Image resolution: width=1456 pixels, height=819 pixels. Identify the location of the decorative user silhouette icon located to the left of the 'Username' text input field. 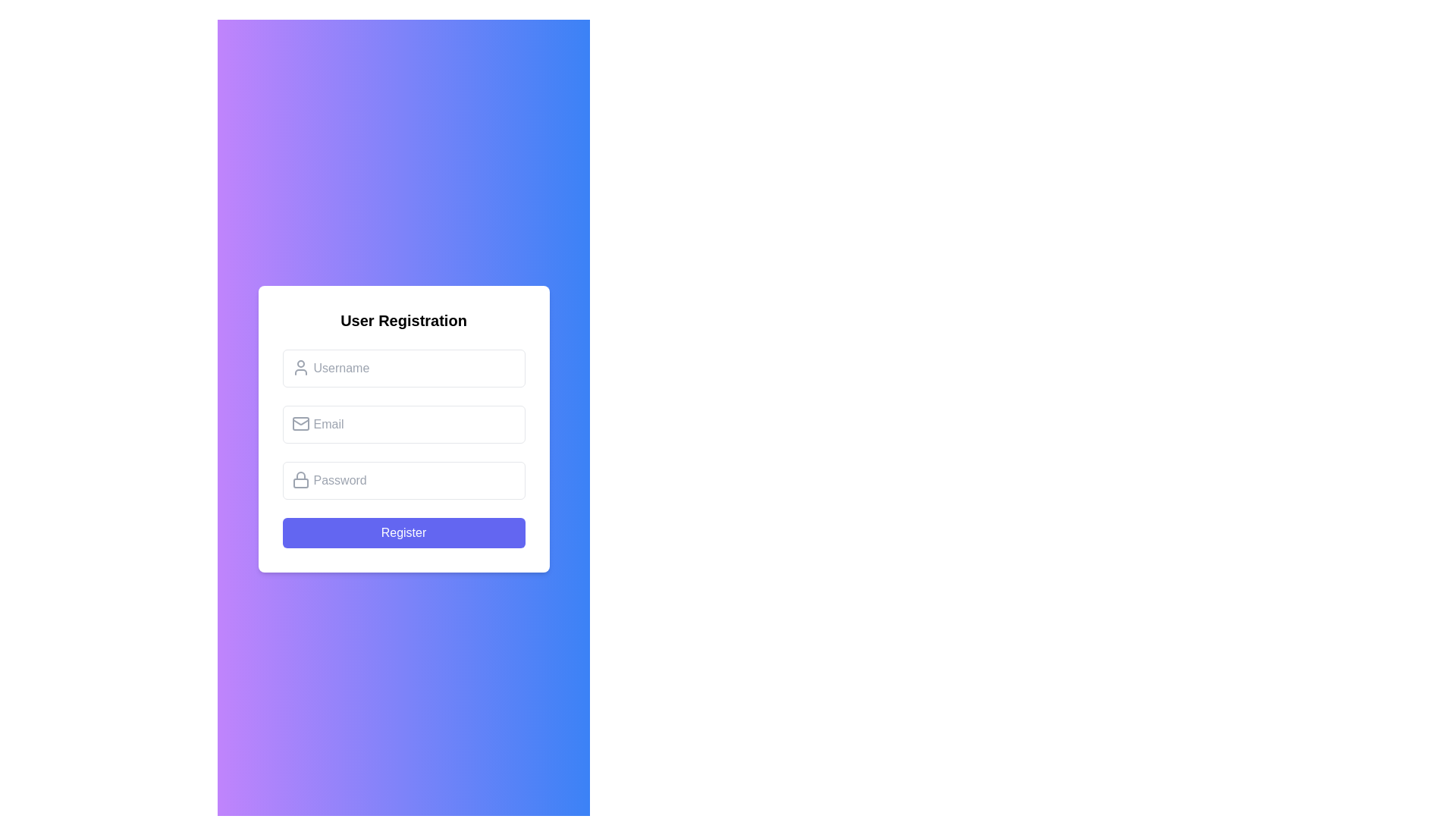
(300, 368).